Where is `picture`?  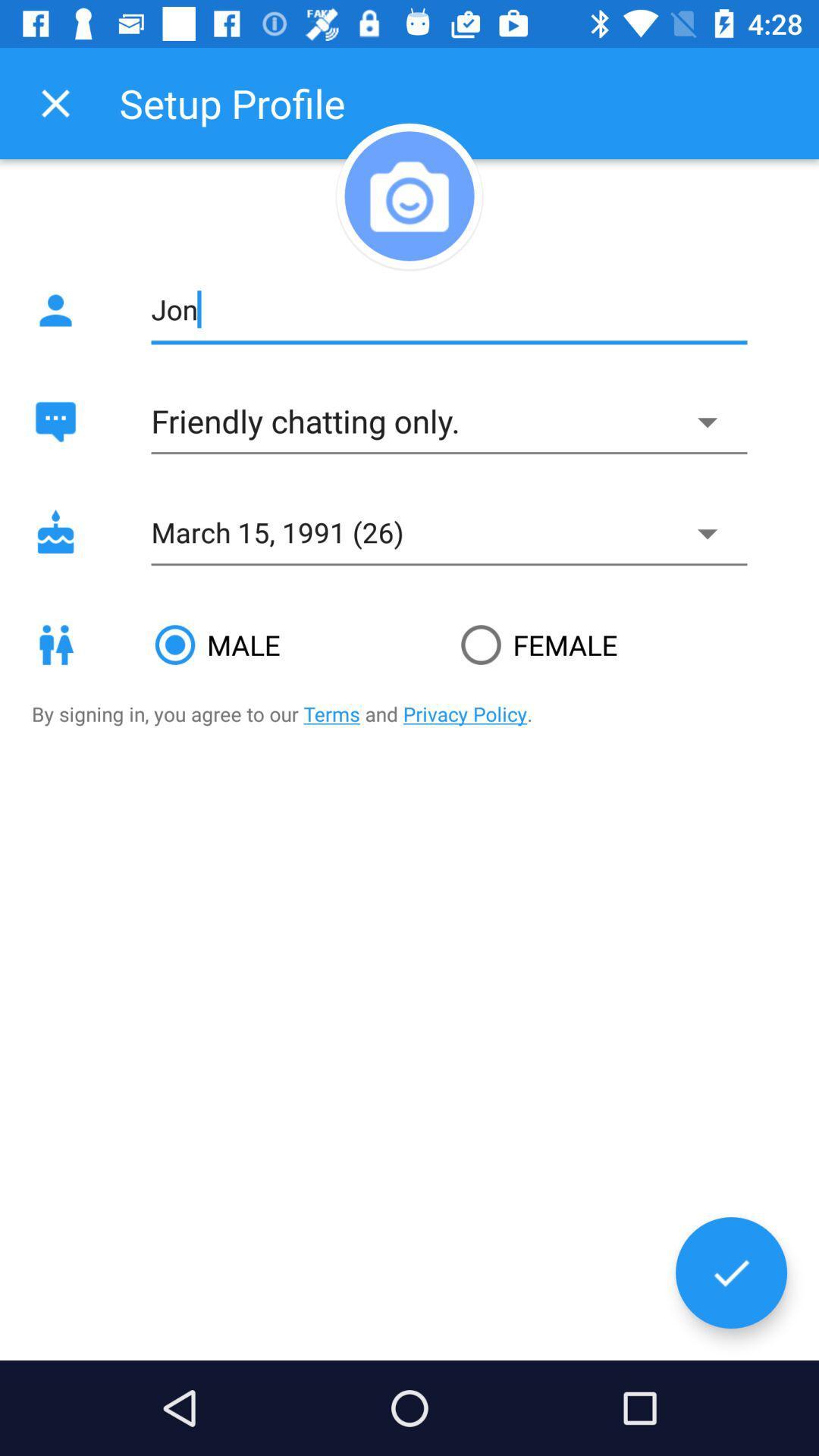 picture is located at coordinates (409, 195).